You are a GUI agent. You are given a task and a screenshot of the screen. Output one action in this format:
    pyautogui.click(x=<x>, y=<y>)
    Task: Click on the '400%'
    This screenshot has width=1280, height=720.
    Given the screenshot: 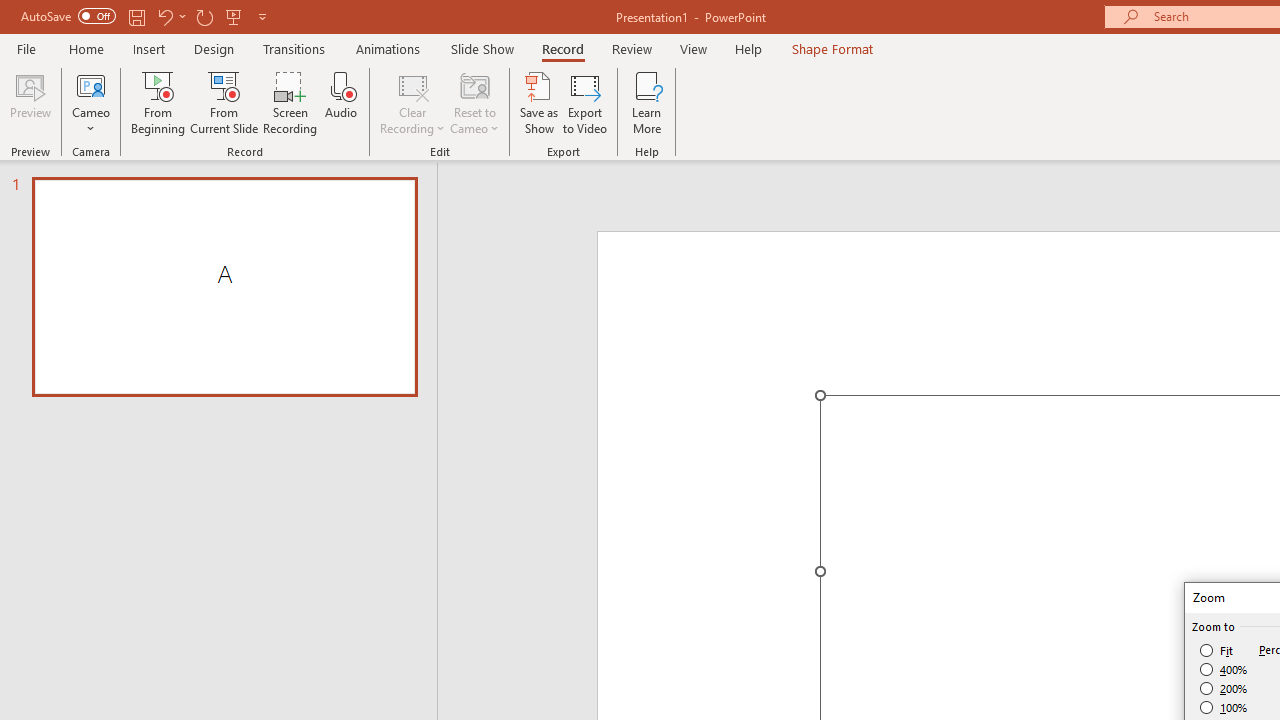 What is the action you would take?
    pyautogui.click(x=1223, y=669)
    